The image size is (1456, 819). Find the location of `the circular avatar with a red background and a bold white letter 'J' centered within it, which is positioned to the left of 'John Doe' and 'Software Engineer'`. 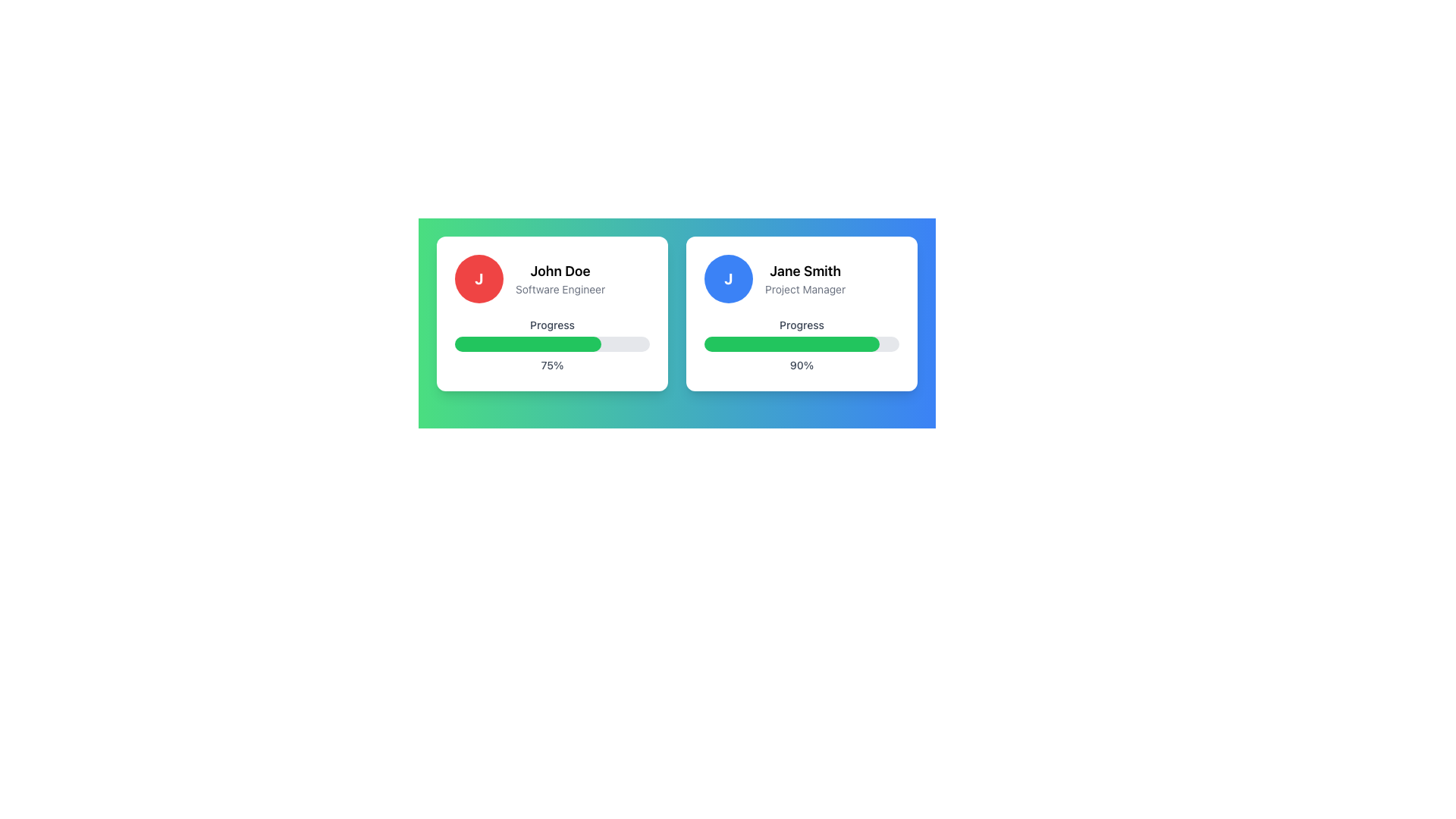

the circular avatar with a red background and a bold white letter 'J' centered within it, which is positioned to the left of 'John Doe' and 'Software Engineer' is located at coordinates (479, 278).